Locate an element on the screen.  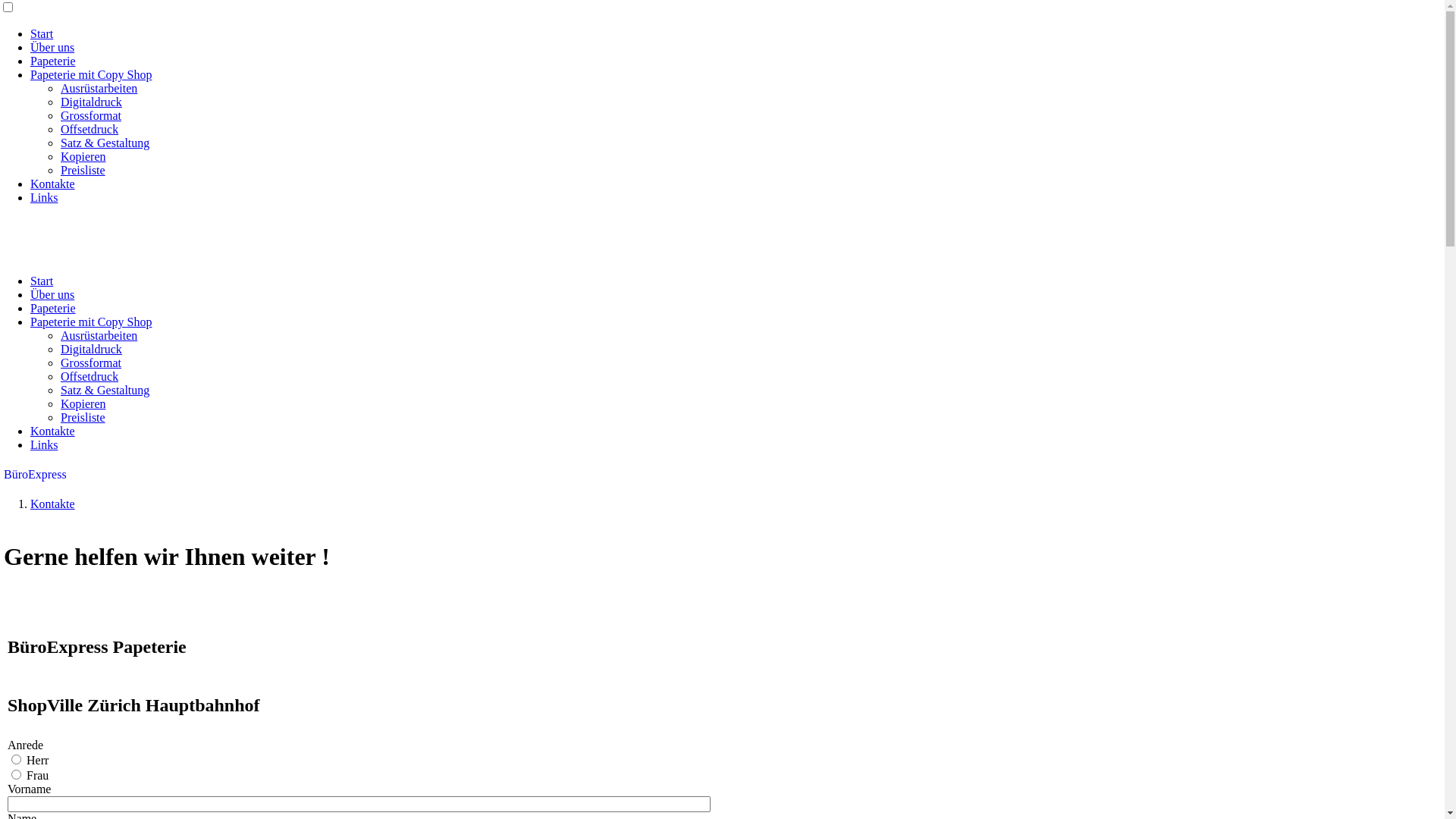
'Papeterie' is located at coordinates (53, 60).